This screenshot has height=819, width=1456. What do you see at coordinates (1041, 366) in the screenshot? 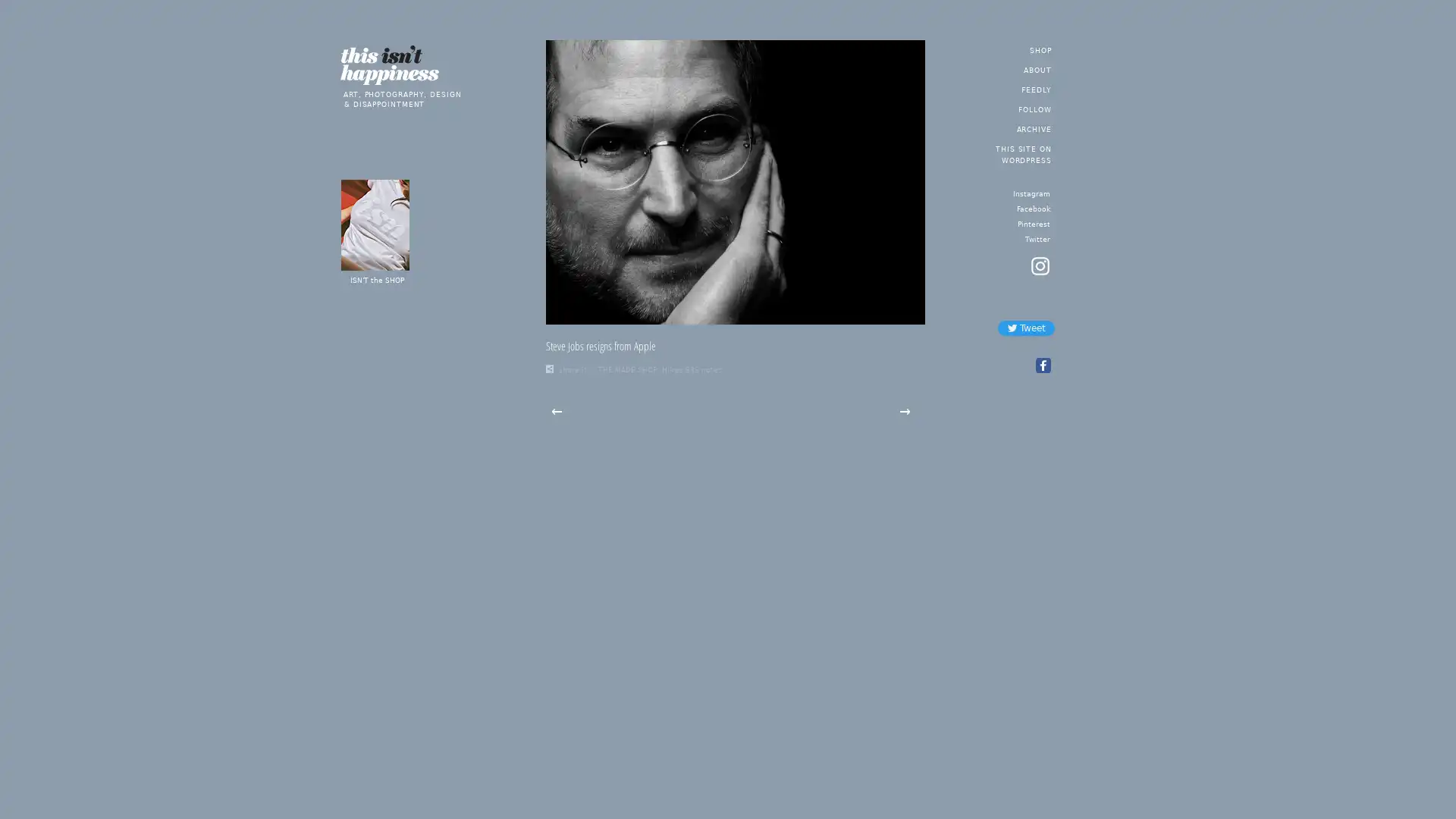
I see `Share to Facebook` at bounding box center [1041, 366].